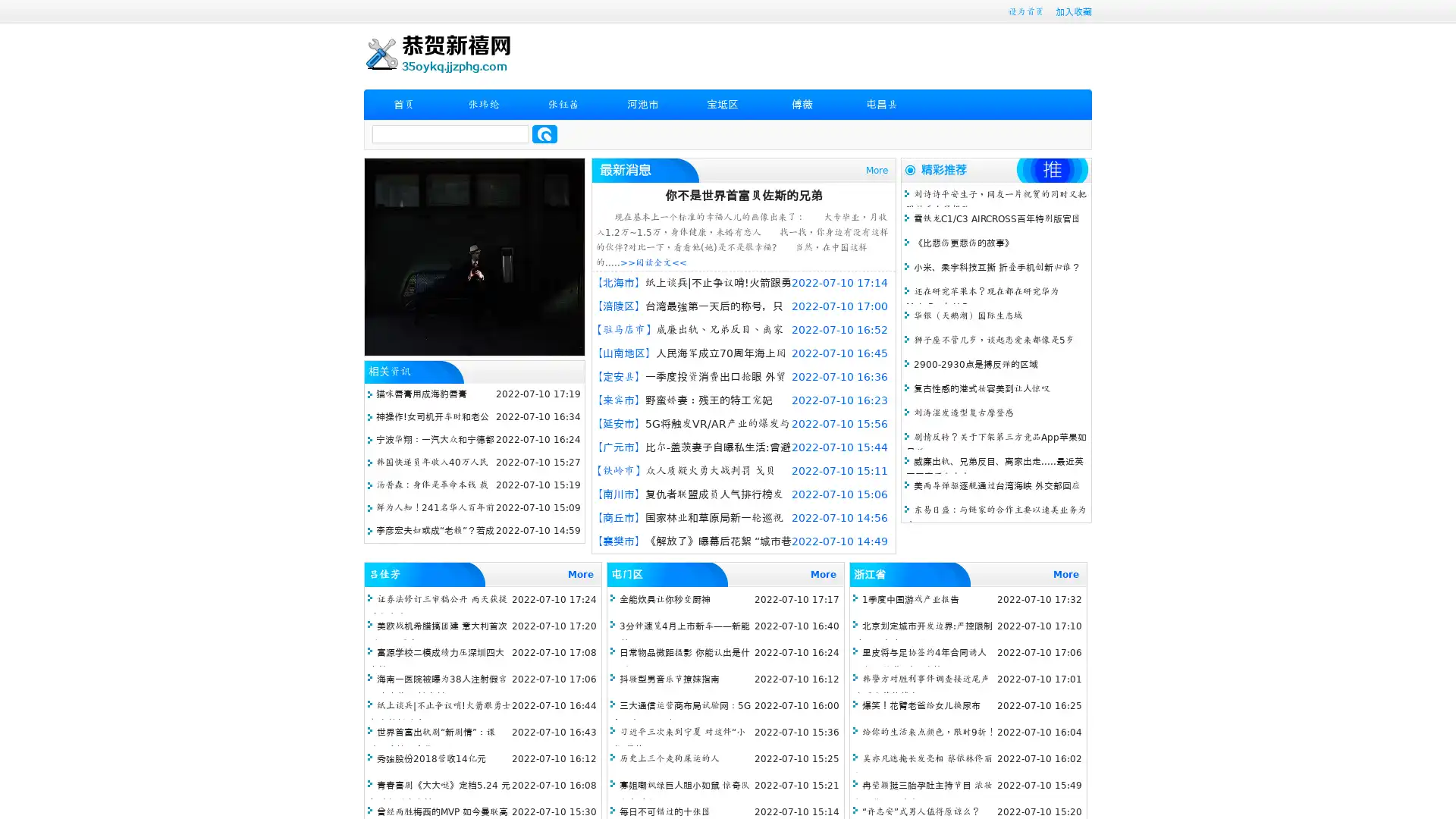 This screenshot has width=1456, height=819. What do you see at coordinates (544, 133) in the screenshot?
I see `Search` at bounding box center [544, 133].